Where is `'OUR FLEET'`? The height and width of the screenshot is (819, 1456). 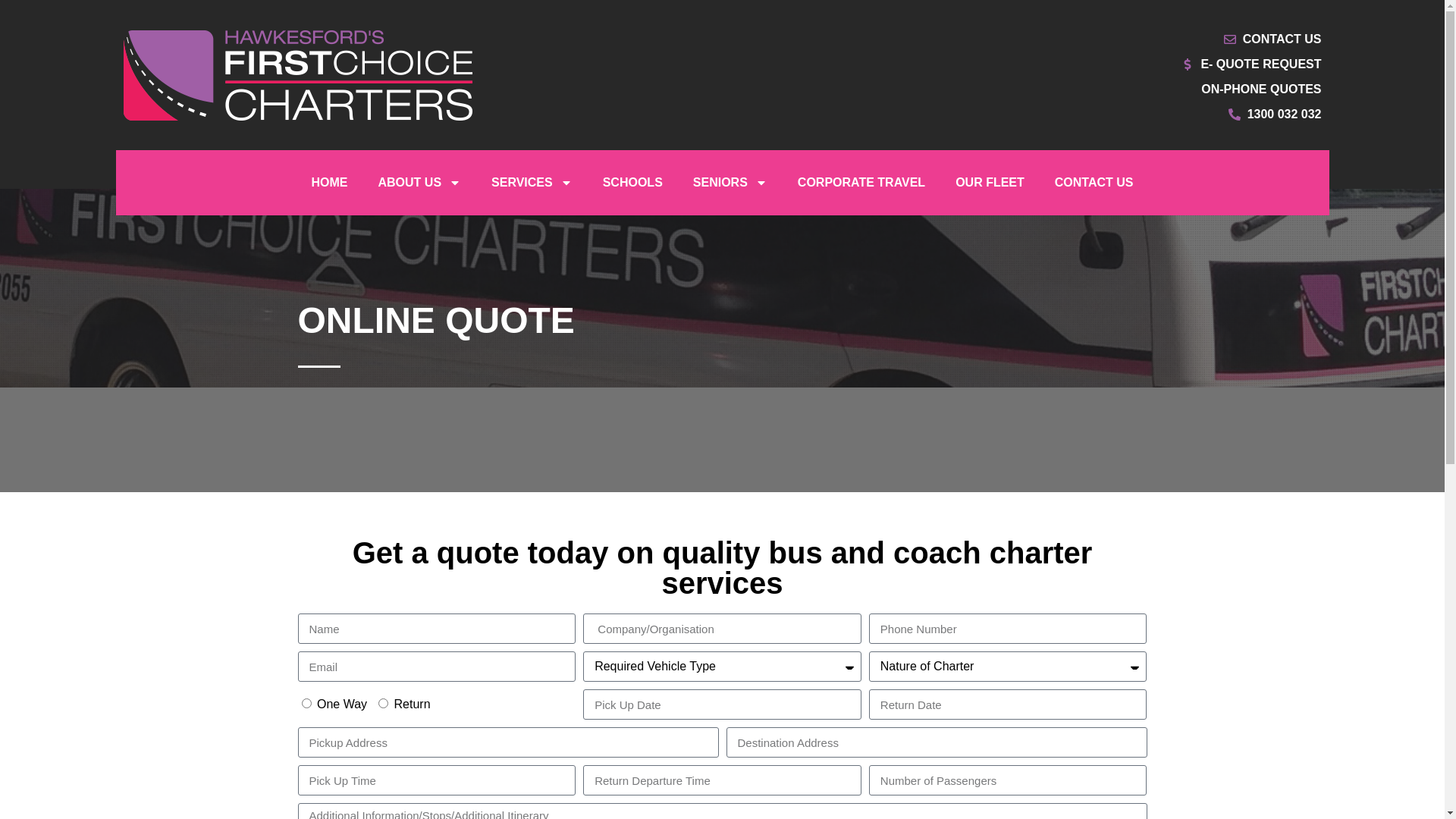 'OUR FLEET' is located at coordinates (990, 181).